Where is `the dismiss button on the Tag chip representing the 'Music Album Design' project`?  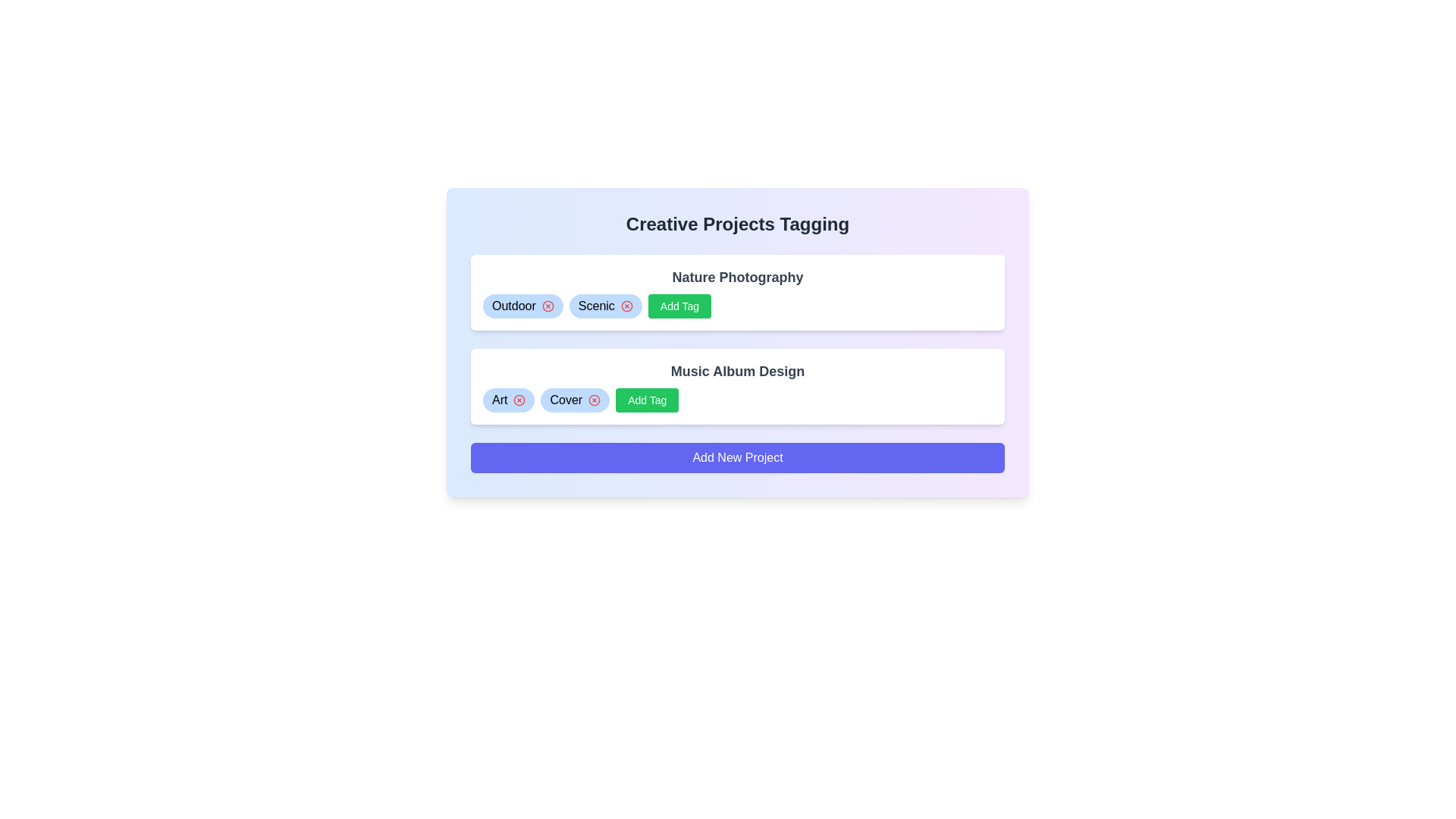 the dismiss button on the Tag chip representing the 'Music Album Design' project is located at coordinates (509, 400).